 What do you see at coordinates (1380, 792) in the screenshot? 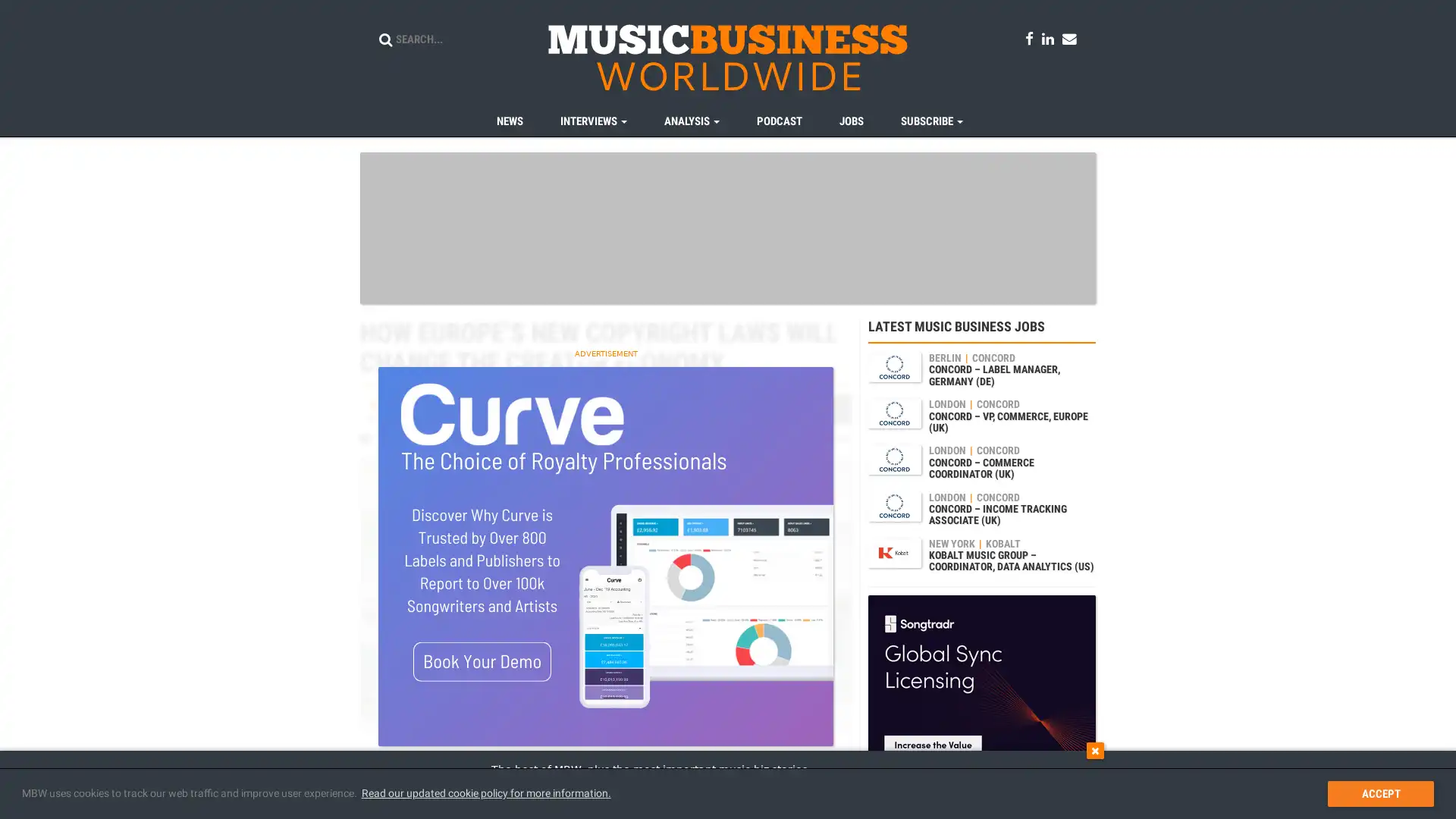
I see `dismiss cookie message` at bounding box center [1380, 792].